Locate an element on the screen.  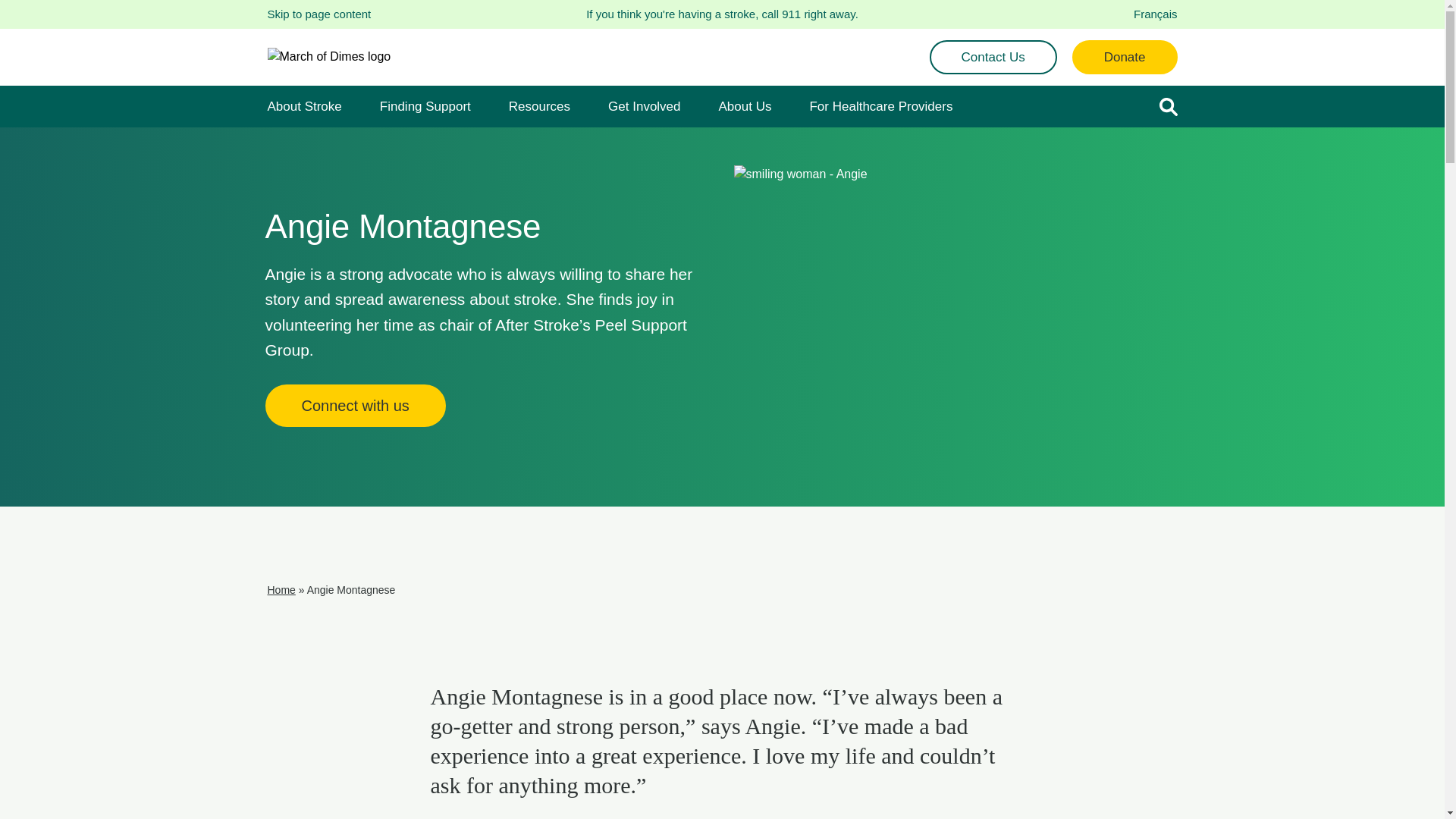
'For Healthcare Providers' is located at coordinates (808, 105).